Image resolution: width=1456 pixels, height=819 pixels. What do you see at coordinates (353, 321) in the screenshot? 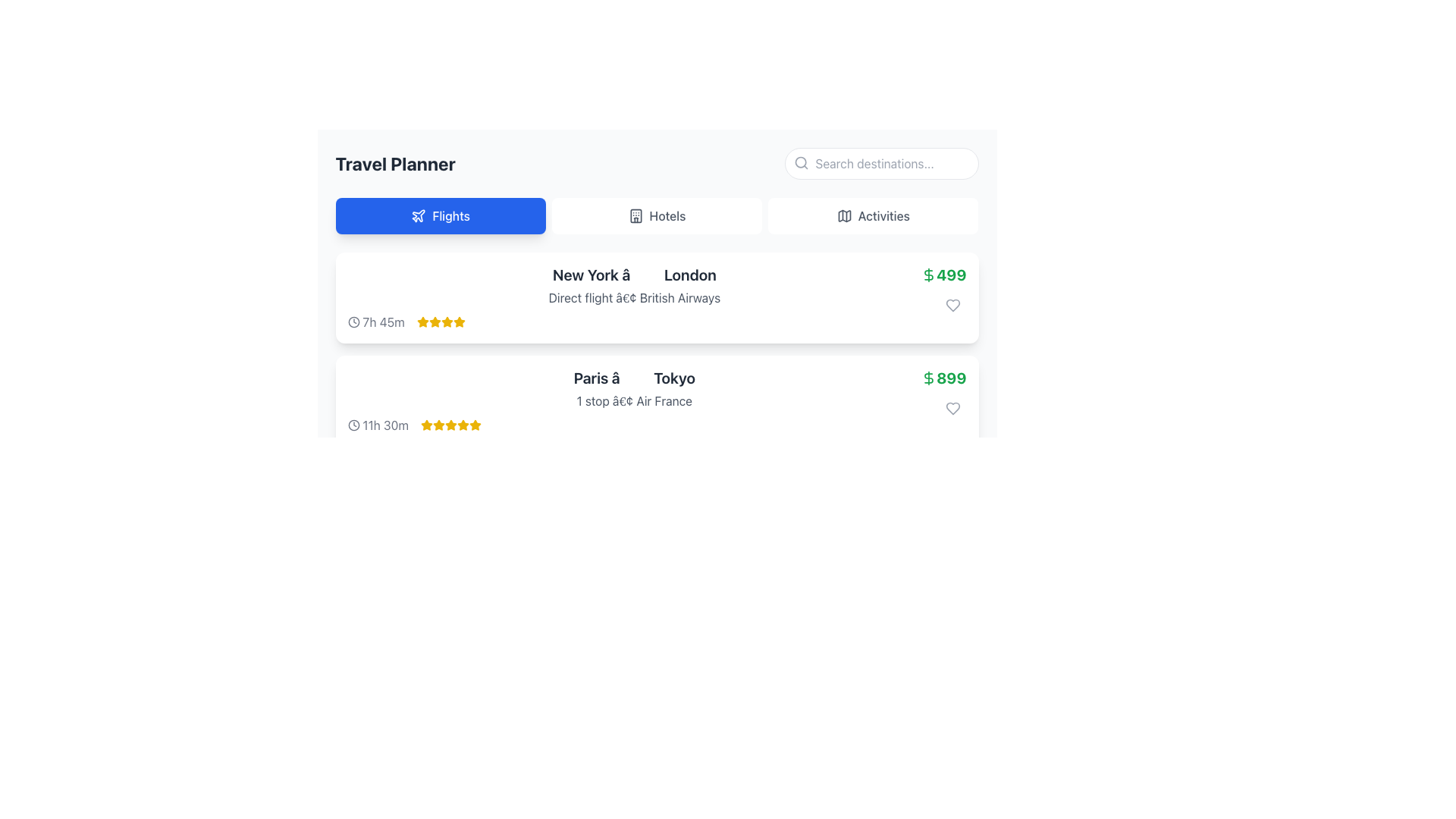
I see `the clock icon that visually represents flight duration, located in the first row of flight options, preceding the text '7h 45m'` at bounding box center [353, 321].